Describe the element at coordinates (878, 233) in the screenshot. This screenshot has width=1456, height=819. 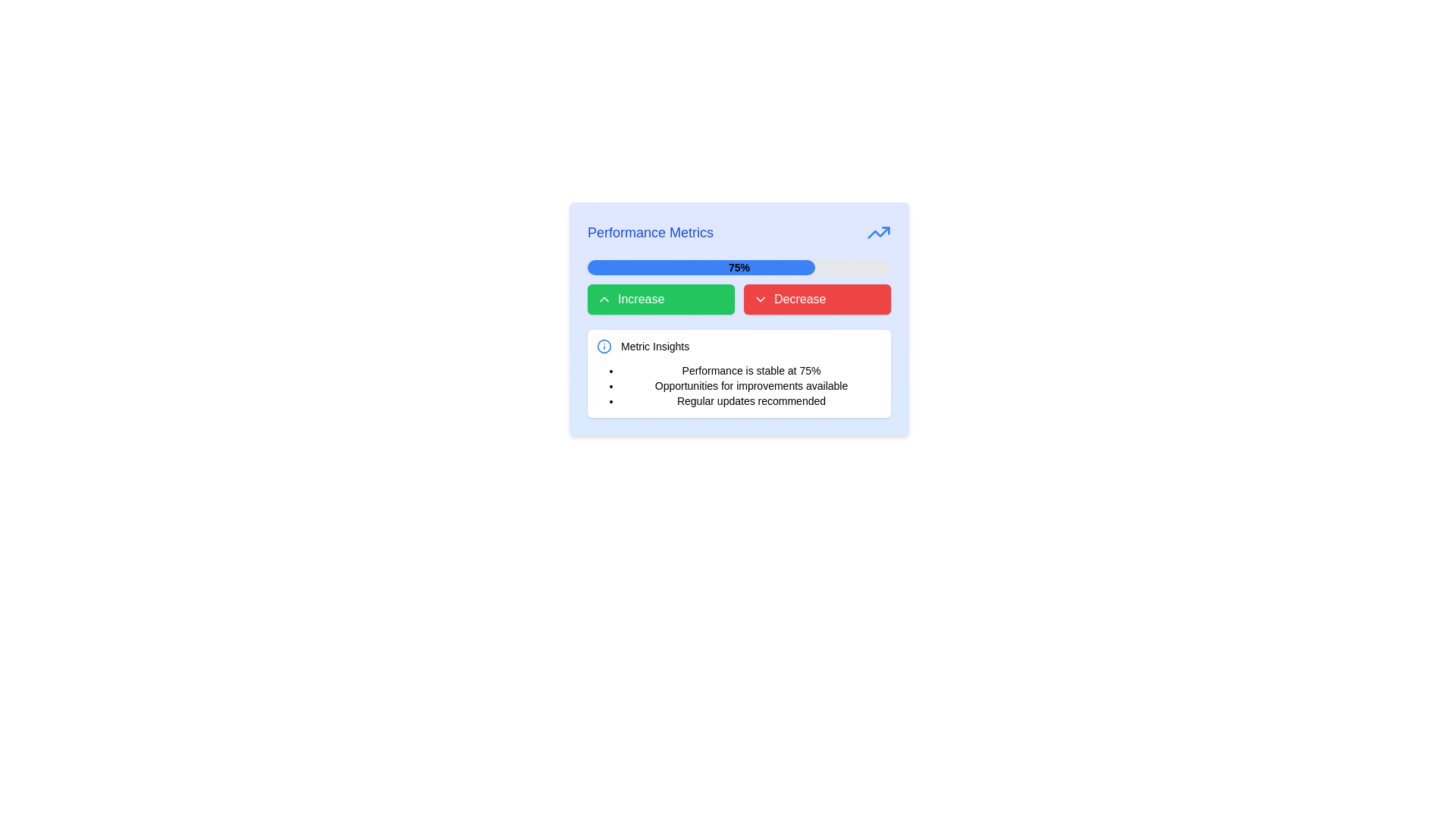
I see `the blue upward trending arrow icon located in the top-right corner of the performance metrics card, which is part of an SVG graphic depicting a trending-up symbol` at that location.